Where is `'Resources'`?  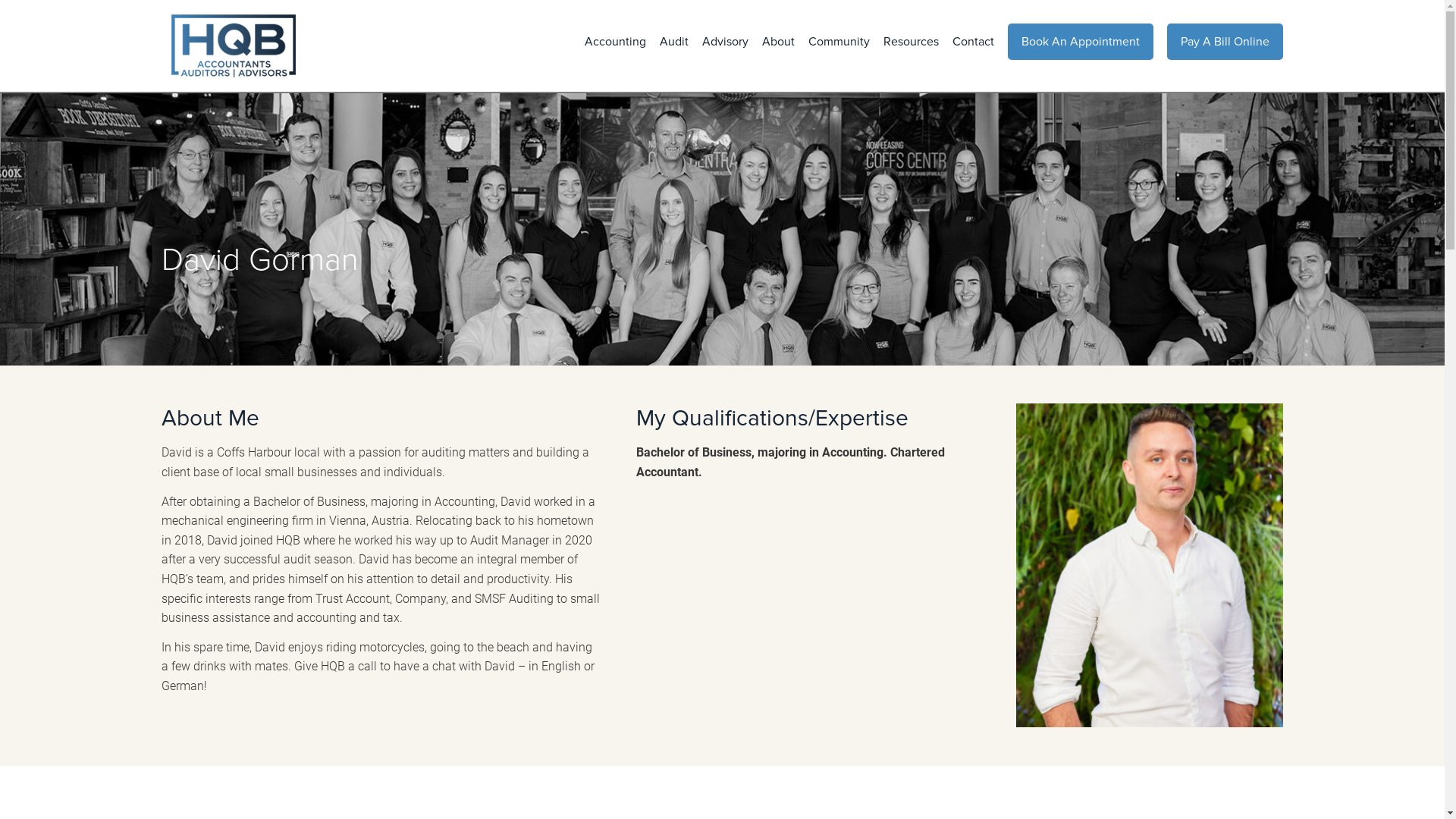
'Resources' is located at coordinates (904, 40).